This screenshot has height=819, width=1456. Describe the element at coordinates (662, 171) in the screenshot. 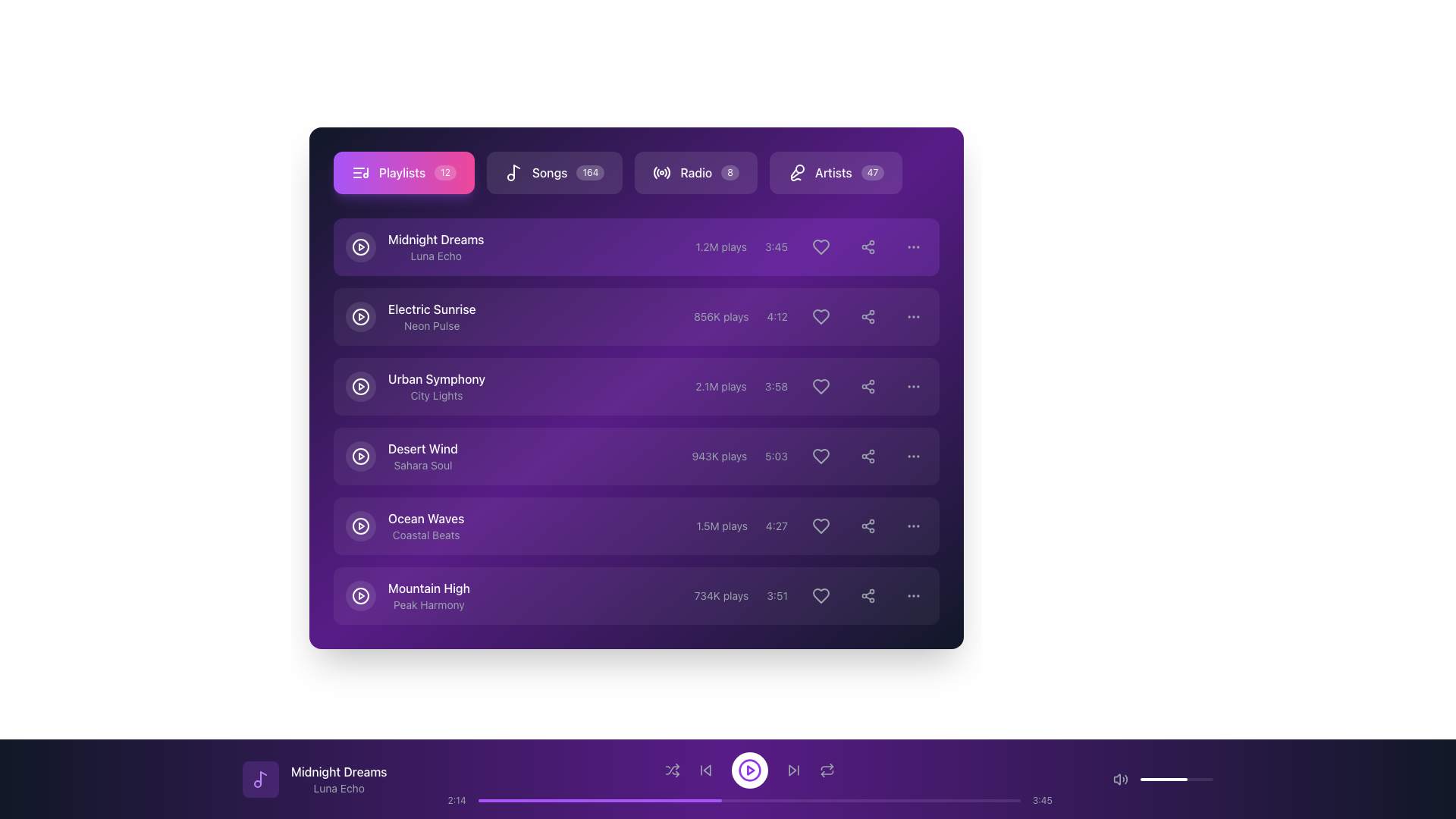

I see `the circular radio waves icon located within the 'Radio' button in the top menu` at that location.